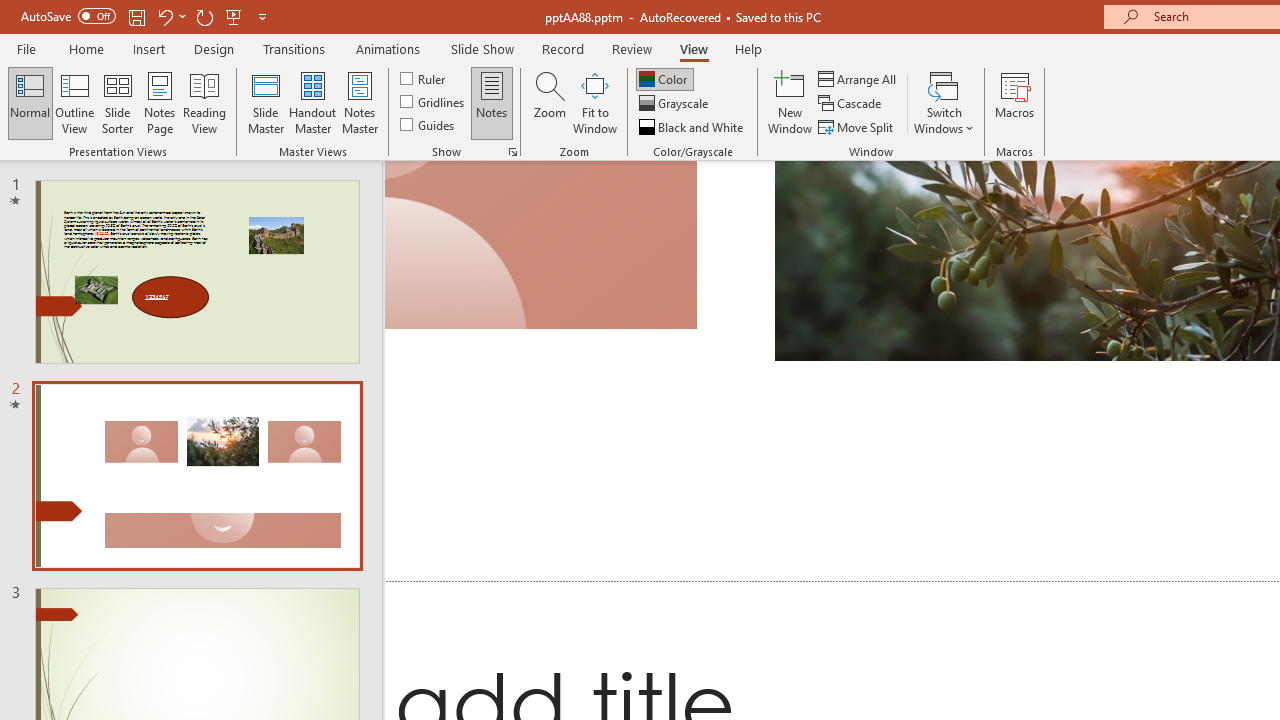  I want to click on 'Outline View', so click(74, 103).